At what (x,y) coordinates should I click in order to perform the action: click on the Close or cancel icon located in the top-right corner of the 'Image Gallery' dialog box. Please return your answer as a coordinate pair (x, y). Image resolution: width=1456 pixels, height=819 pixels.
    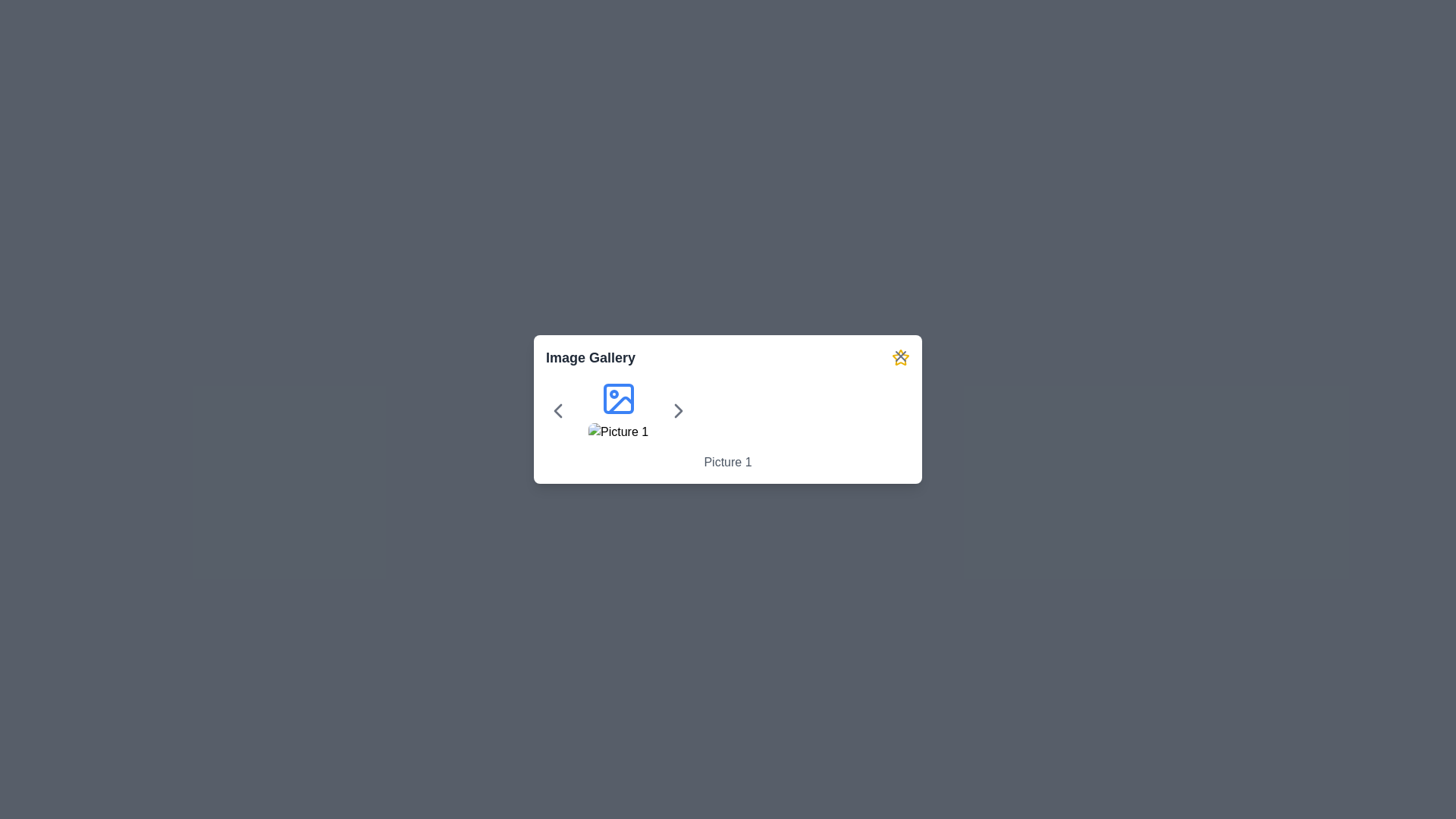
    Looking at the image, I should click on (901, 356).